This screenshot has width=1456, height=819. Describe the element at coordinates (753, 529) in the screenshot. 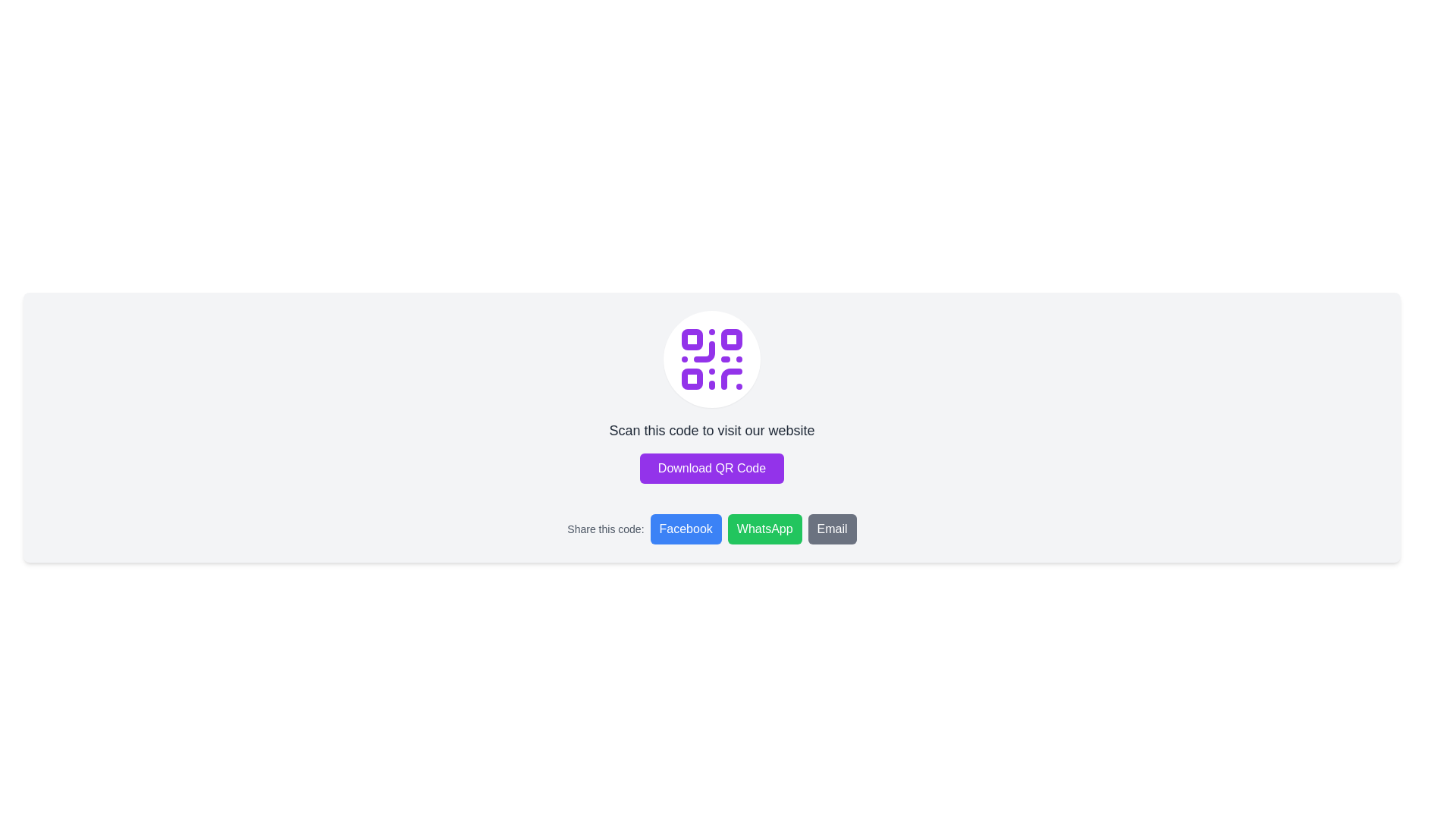

I see `the WhatsApp button in the horizontal button group located below the 'Share this code:' label to share the information on WhatsApp` at that location.